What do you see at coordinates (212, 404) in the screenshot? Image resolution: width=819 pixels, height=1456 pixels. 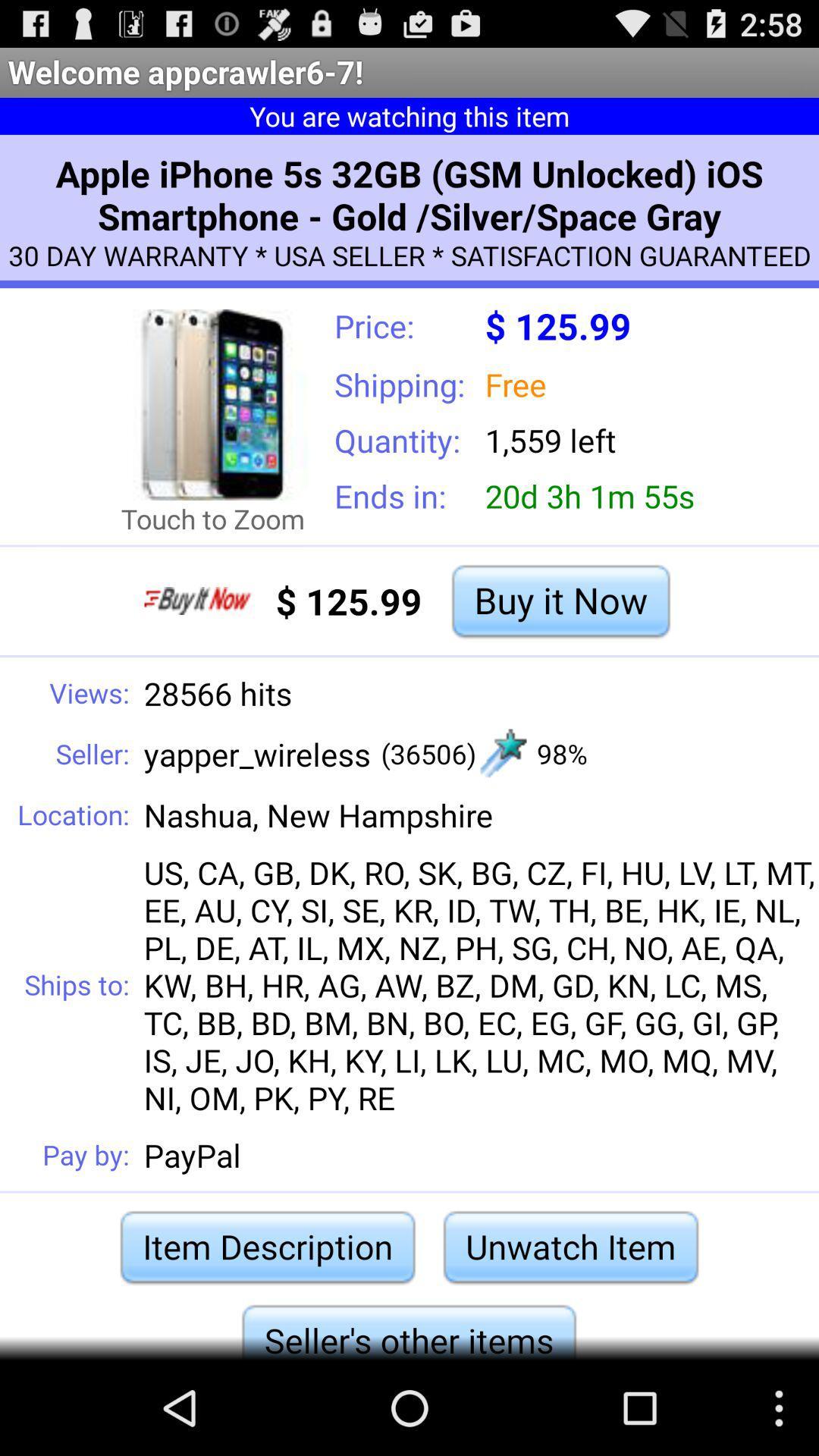 I see `item to the left of price: app` at bounding box center [212, 404].